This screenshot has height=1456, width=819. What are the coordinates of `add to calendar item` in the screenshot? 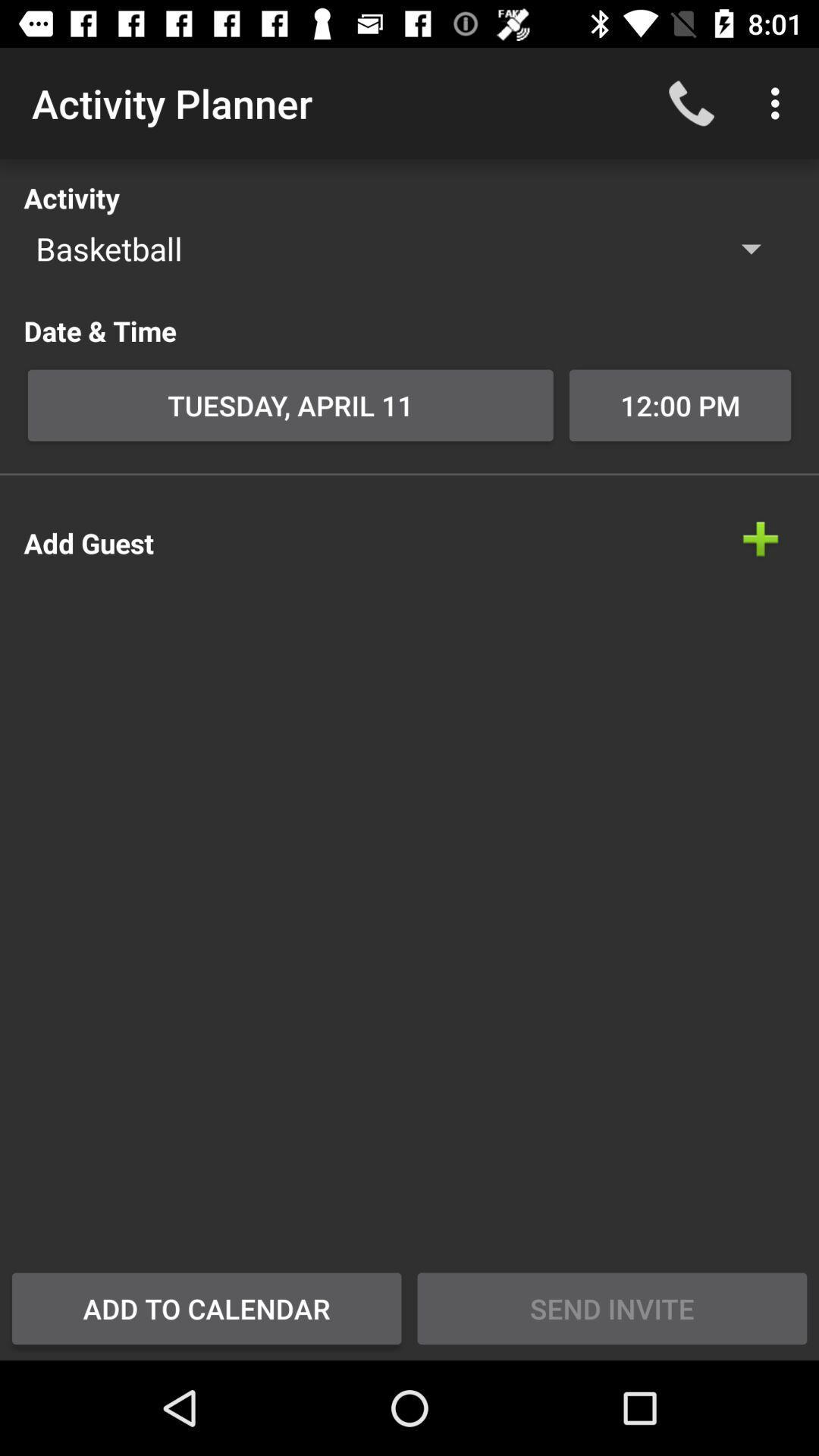 It's located at (206, 1307).